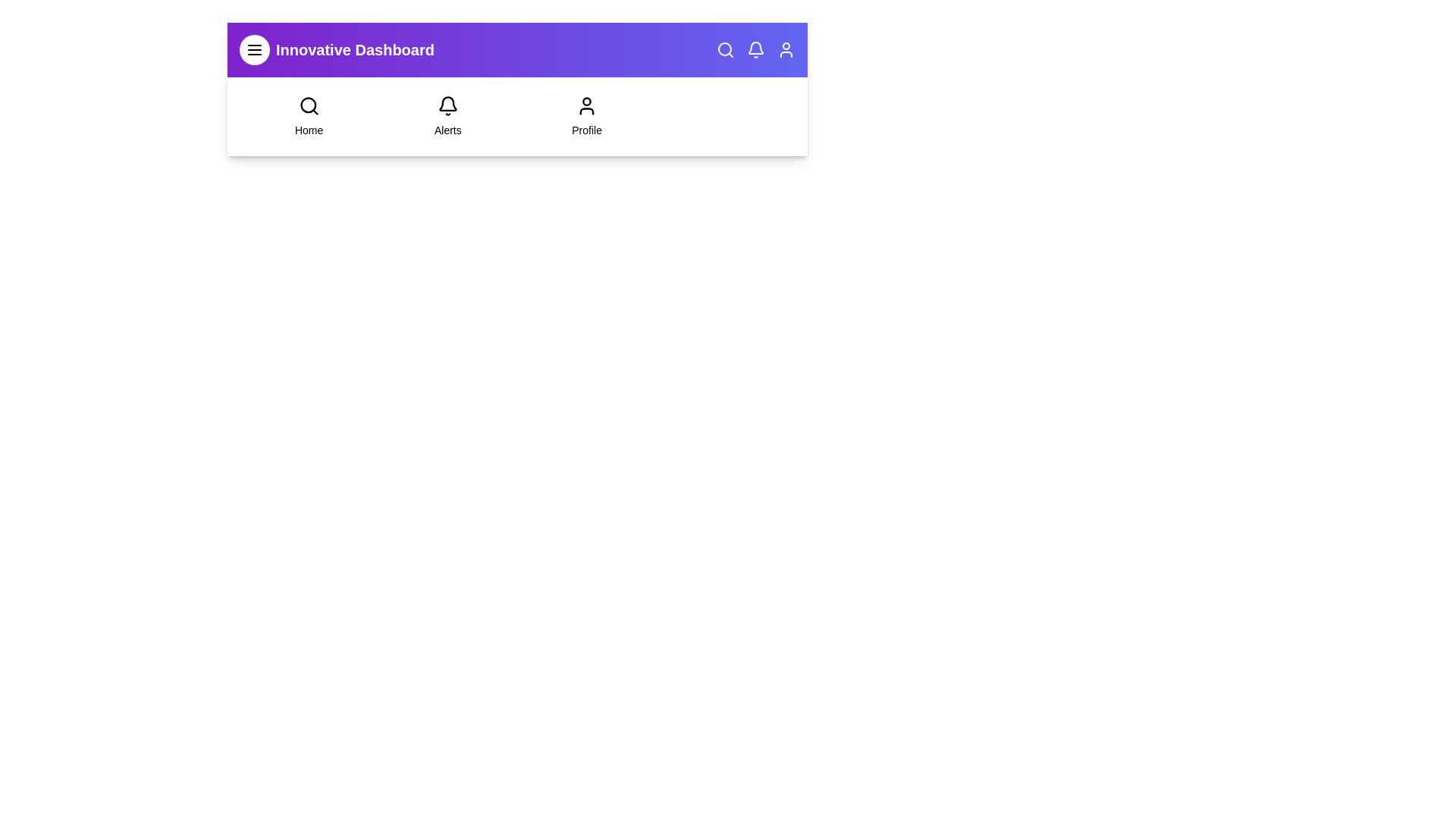  I want to click on the icon search to trigger its hover effect, so click(724, 49).